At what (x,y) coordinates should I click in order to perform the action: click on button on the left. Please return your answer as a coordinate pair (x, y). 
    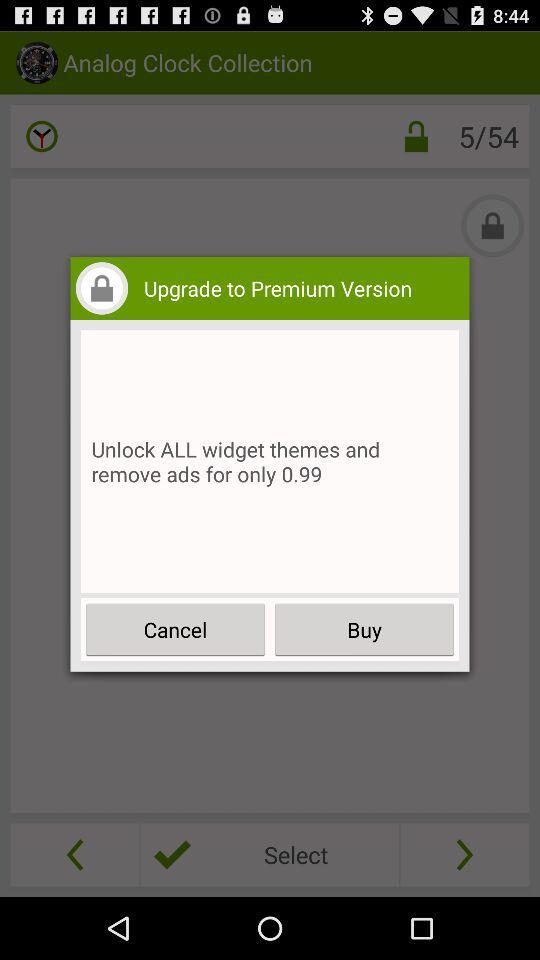
    Looking at the image, I should click on (175, 628).